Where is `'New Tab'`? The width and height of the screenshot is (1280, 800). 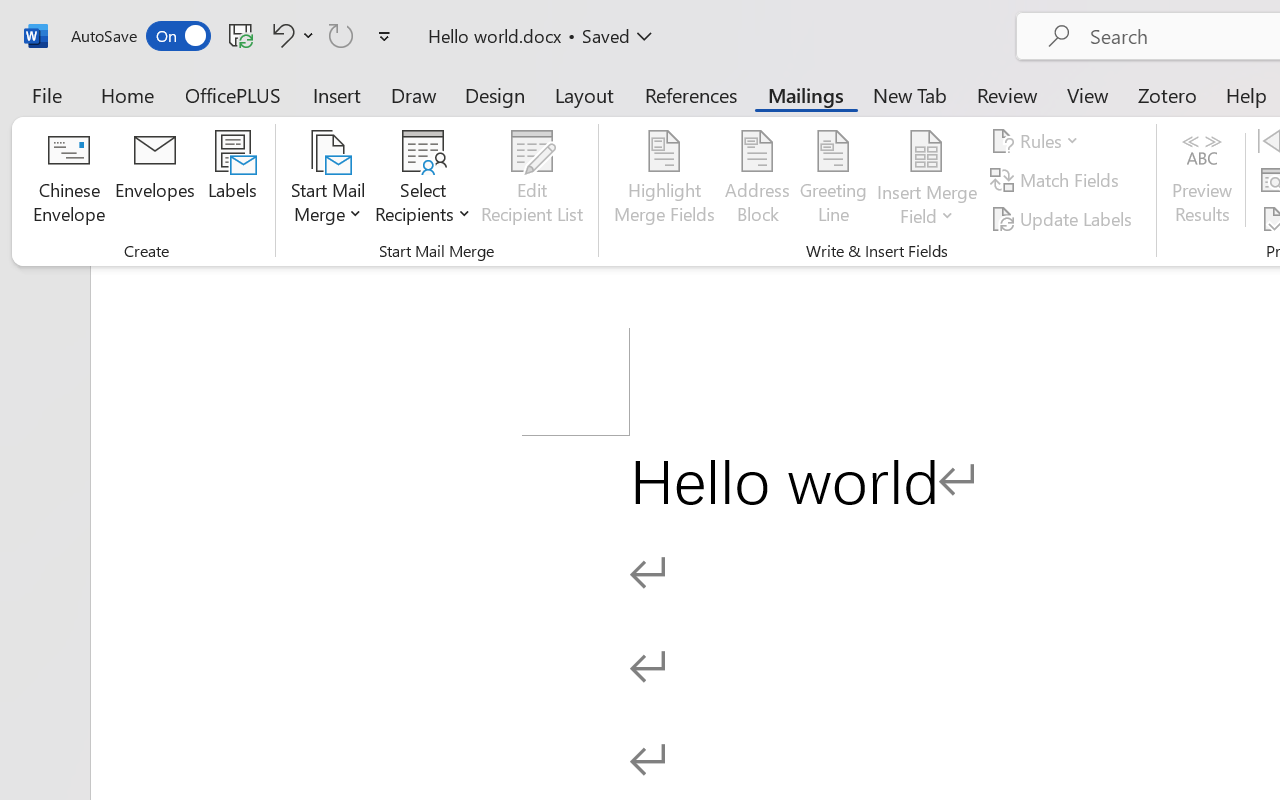 'New Tab' is located at coordinates (909, 94).